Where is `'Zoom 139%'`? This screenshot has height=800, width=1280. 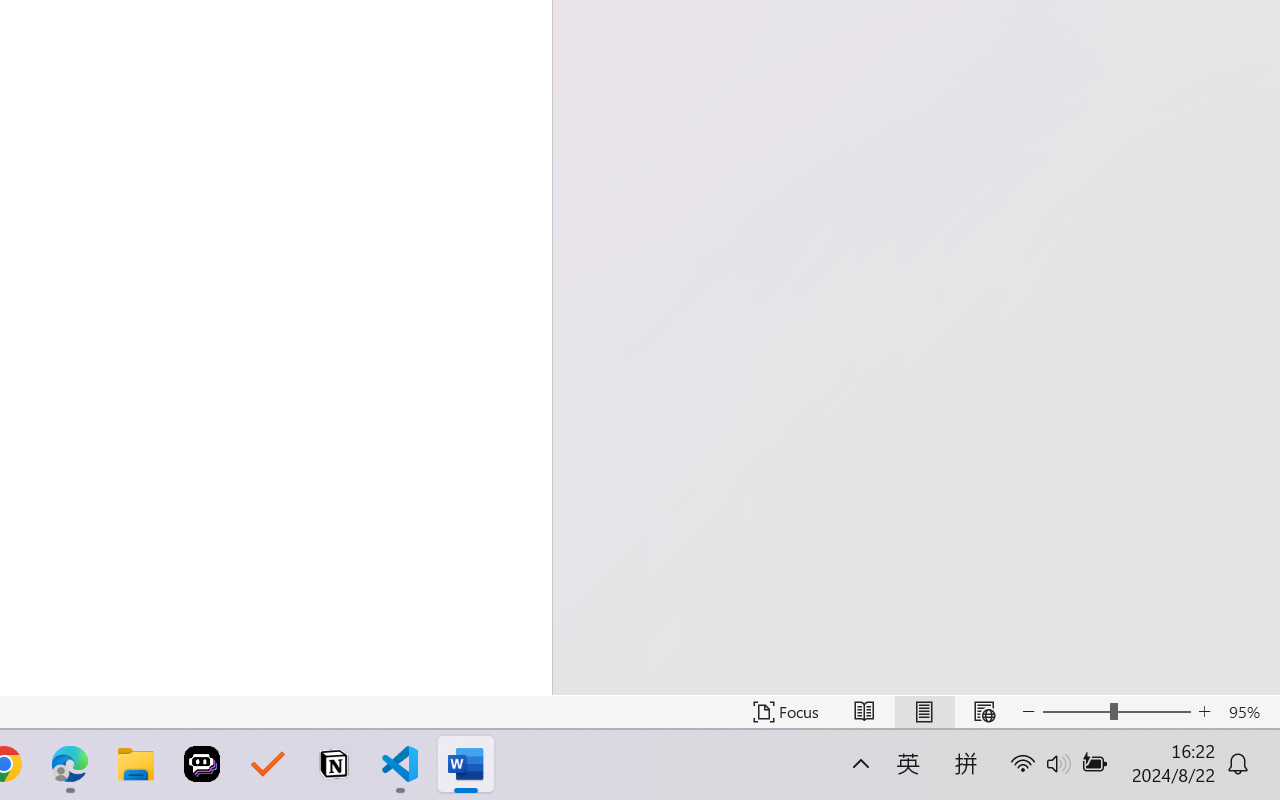
'Zoom 139%' is located at coordinates (1233, 743).